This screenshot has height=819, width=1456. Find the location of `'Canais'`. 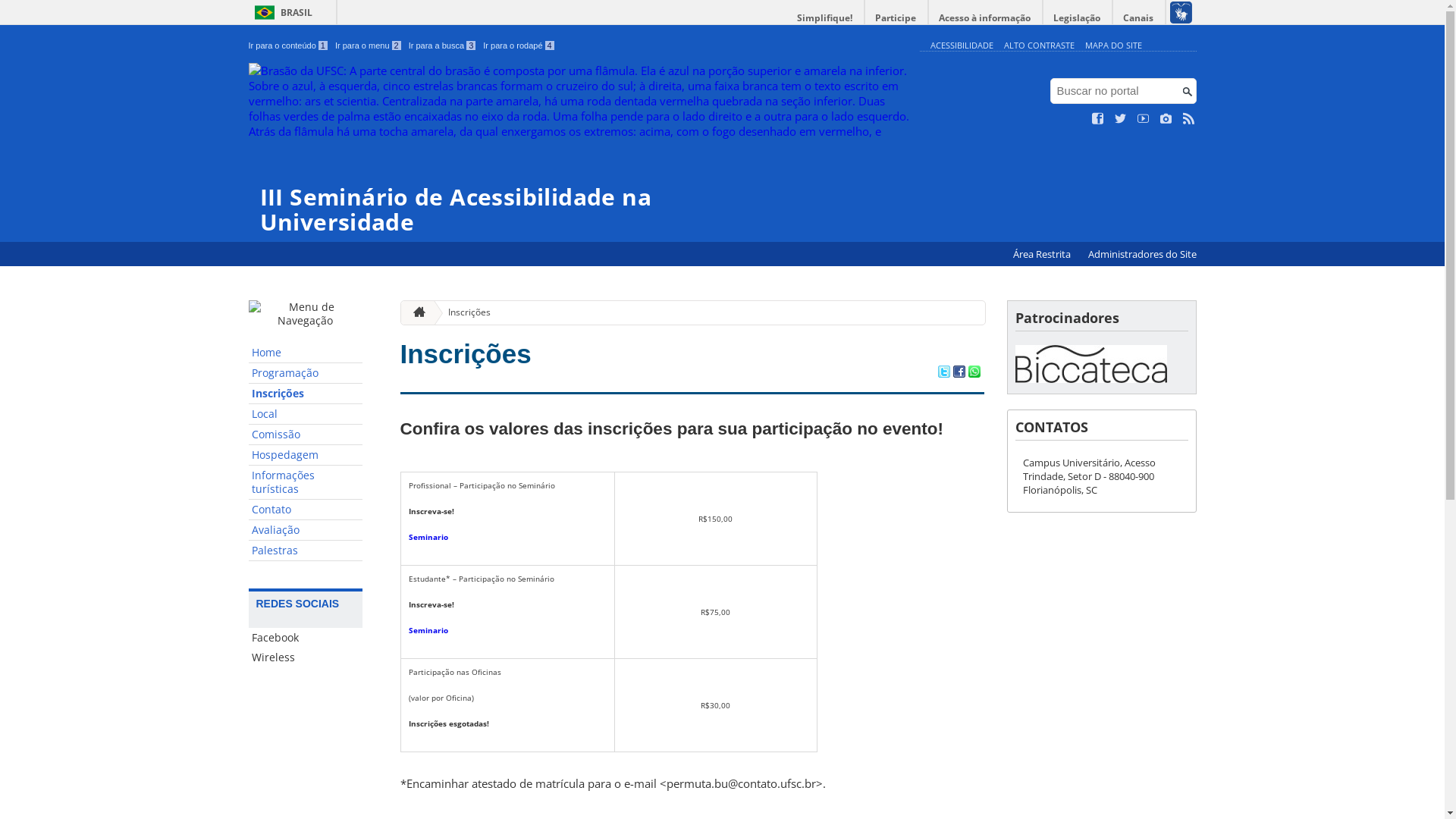

'Canais' is located at coordinates (1139, 17).